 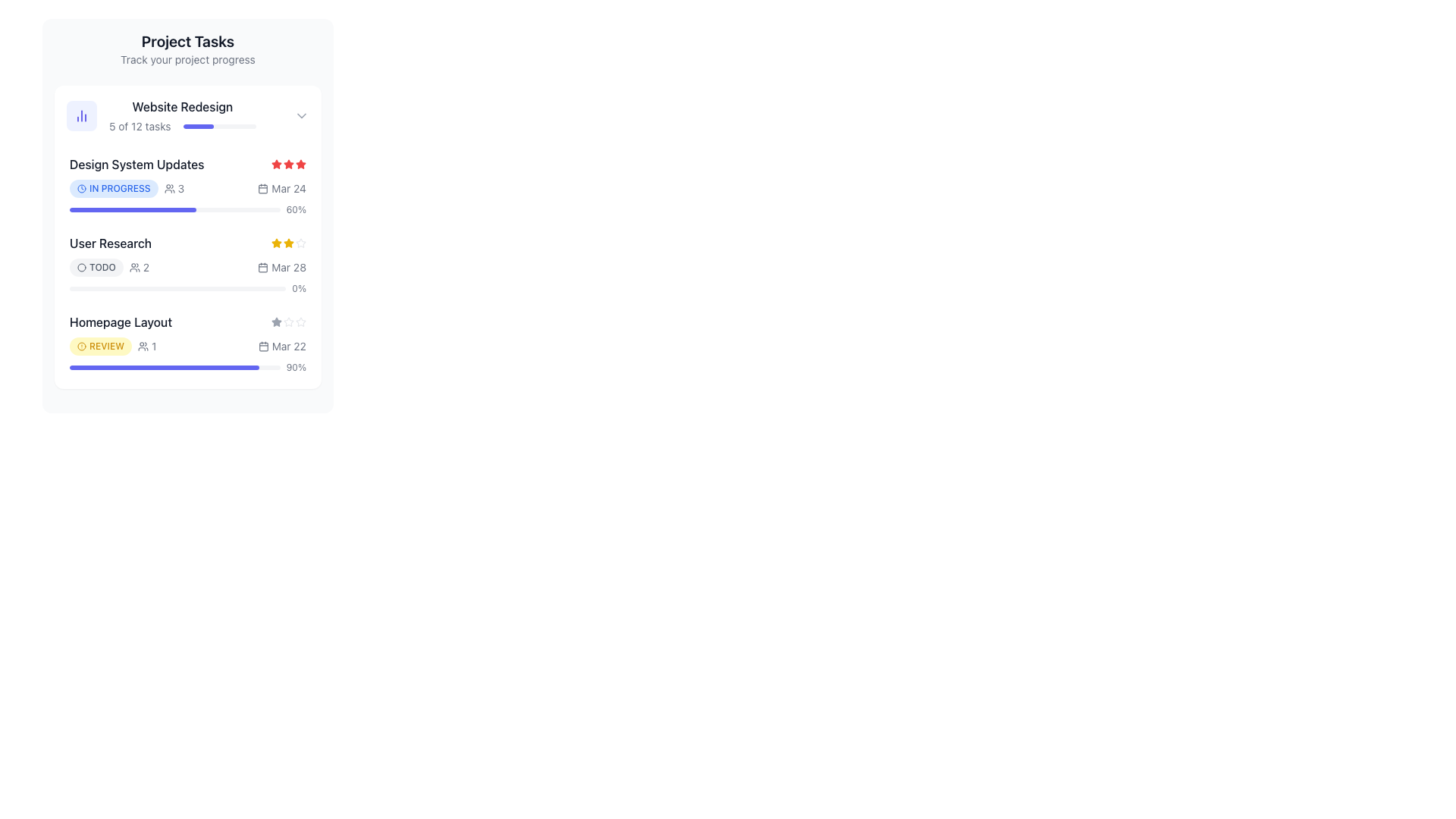 What do you see at coordinates (263, 347) in the screenshot?
I see `the rectangular shape with rounded corners representing a calendar date, located next to the 'Homepage Layout' task's due date in the task list interface` at bounding box center [263, 347].